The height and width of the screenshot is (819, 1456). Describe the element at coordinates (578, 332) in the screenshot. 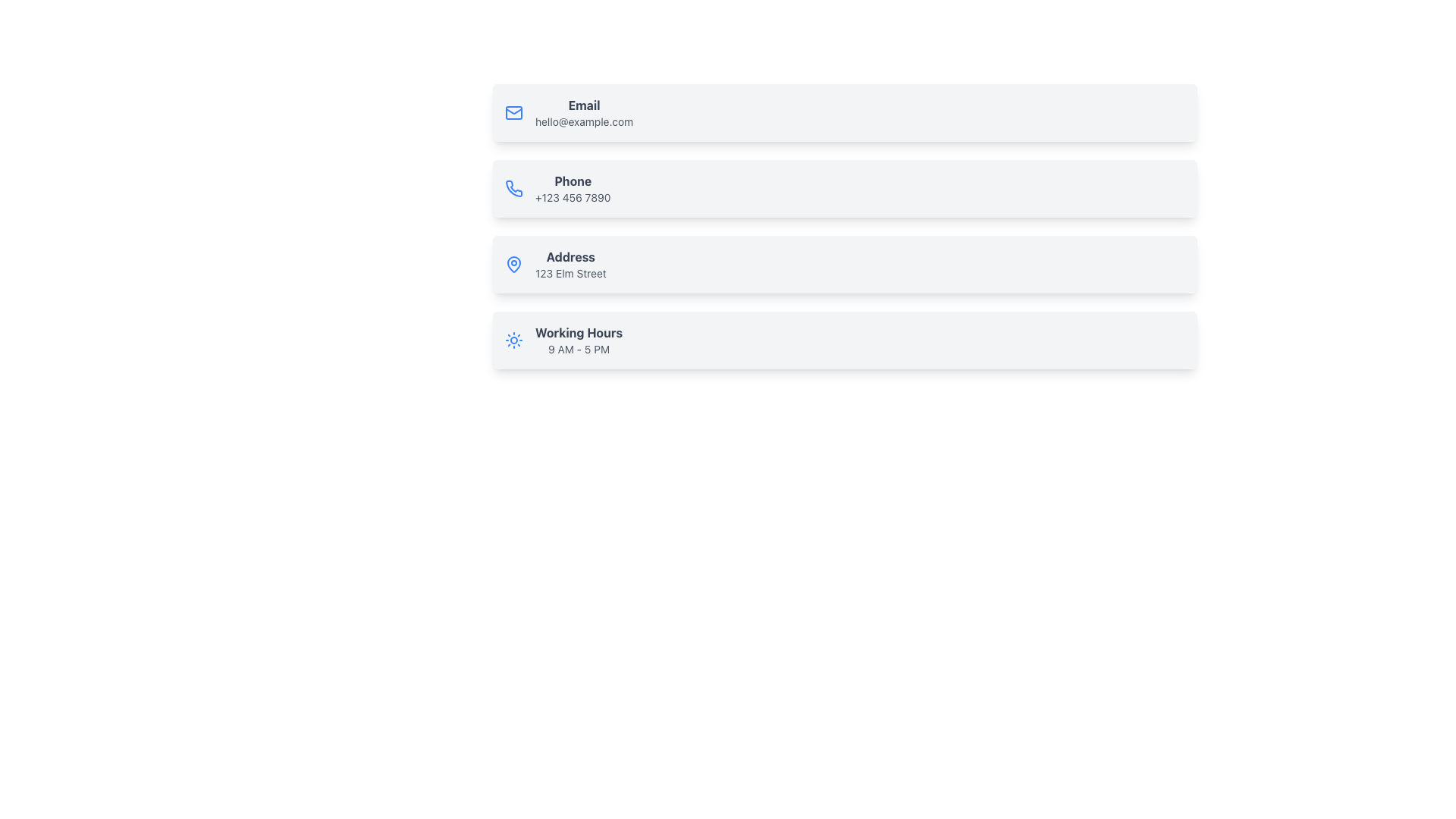

I see `the Text Label that serves as a heading for the working hours information, located at the bottommost section of the vertically stacked list, positioned above '9 AM - 5 PM'` at that location.